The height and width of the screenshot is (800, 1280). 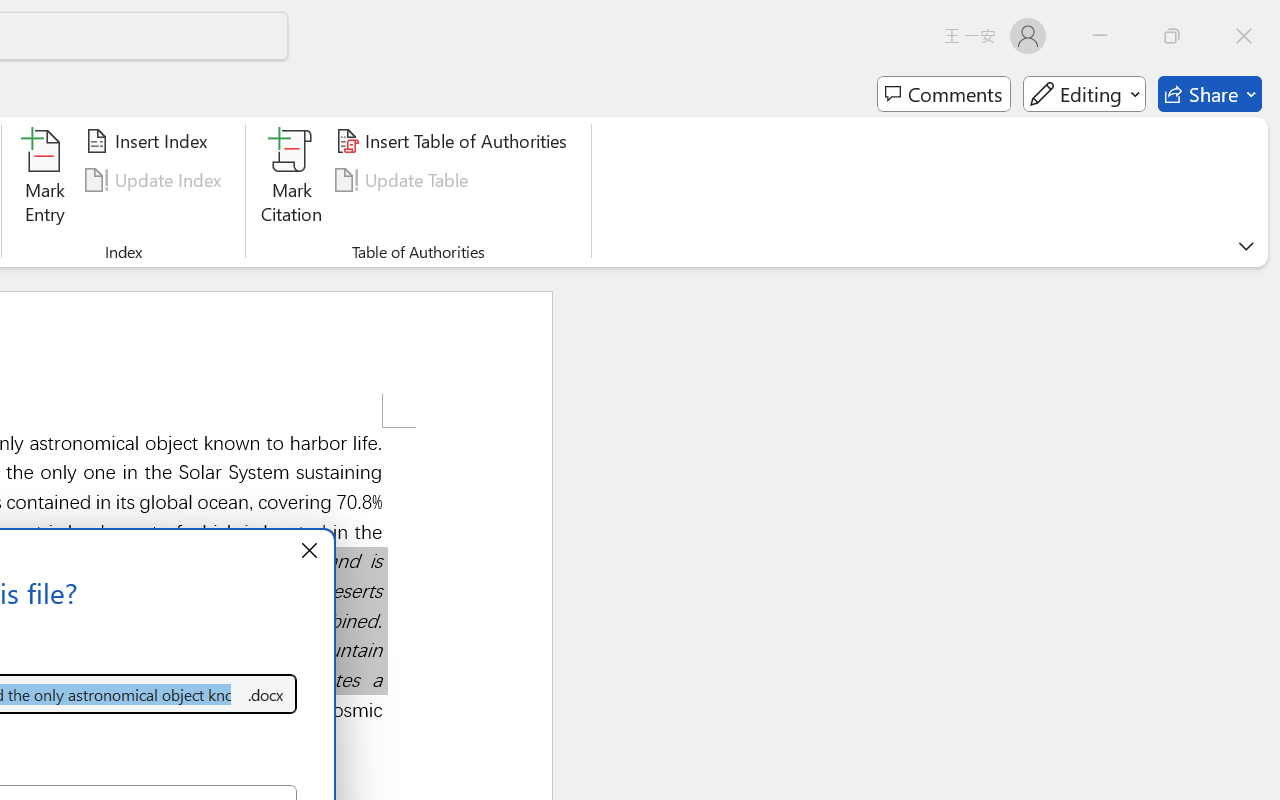 I want to click on 'Update Index', so click(x=155, y=179).